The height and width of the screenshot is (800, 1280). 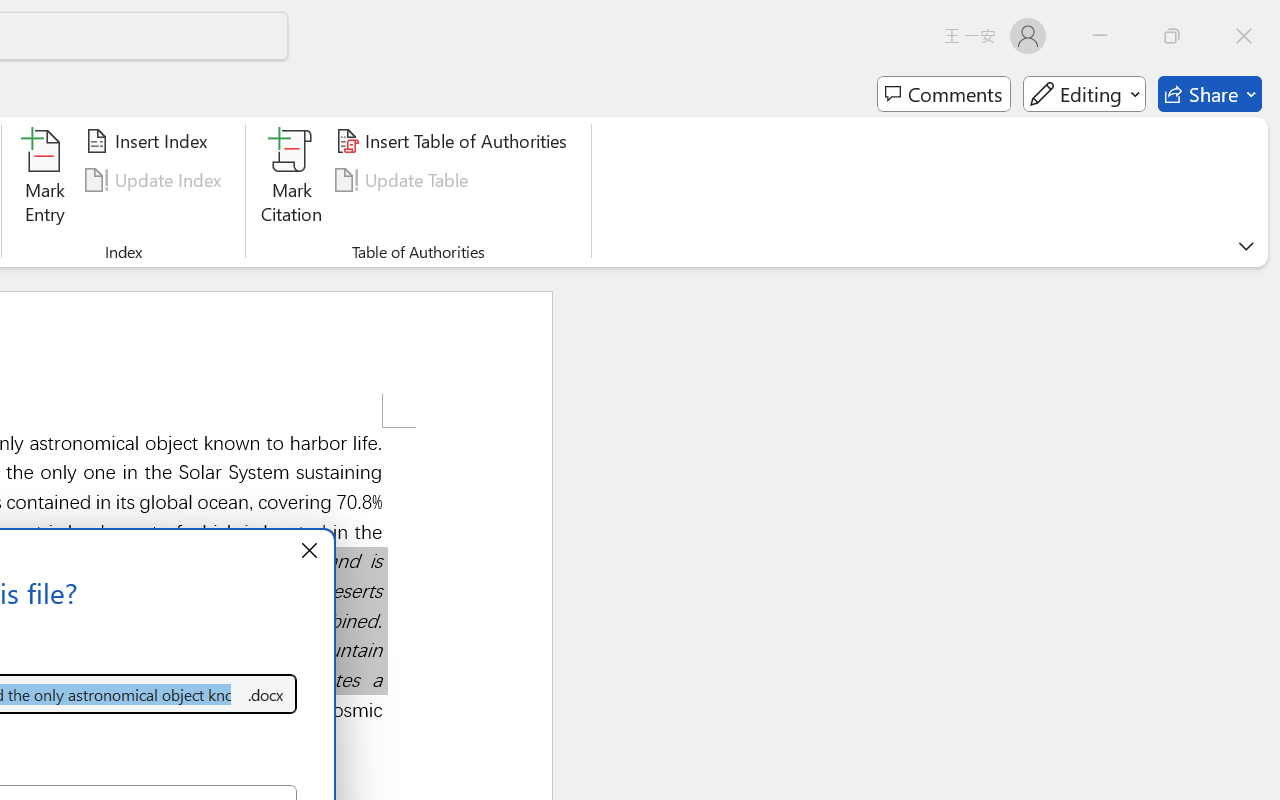 I want to click on 'Update Index', so click(x=155, y=179).